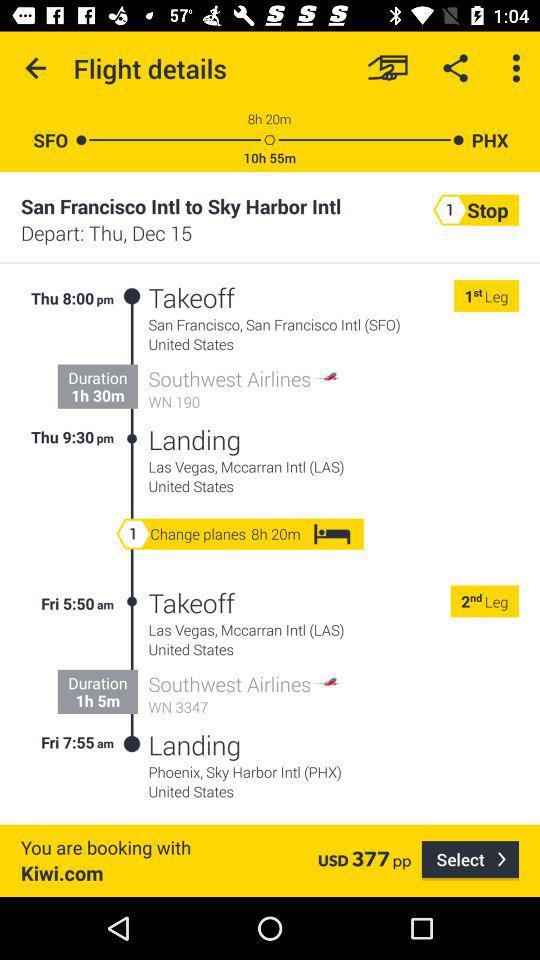 The height and width of the screenshot is (960, 540). Describe the element at coordinates (476, 295) in the screenshot. I see `the icon next to 1 icon` at that location.